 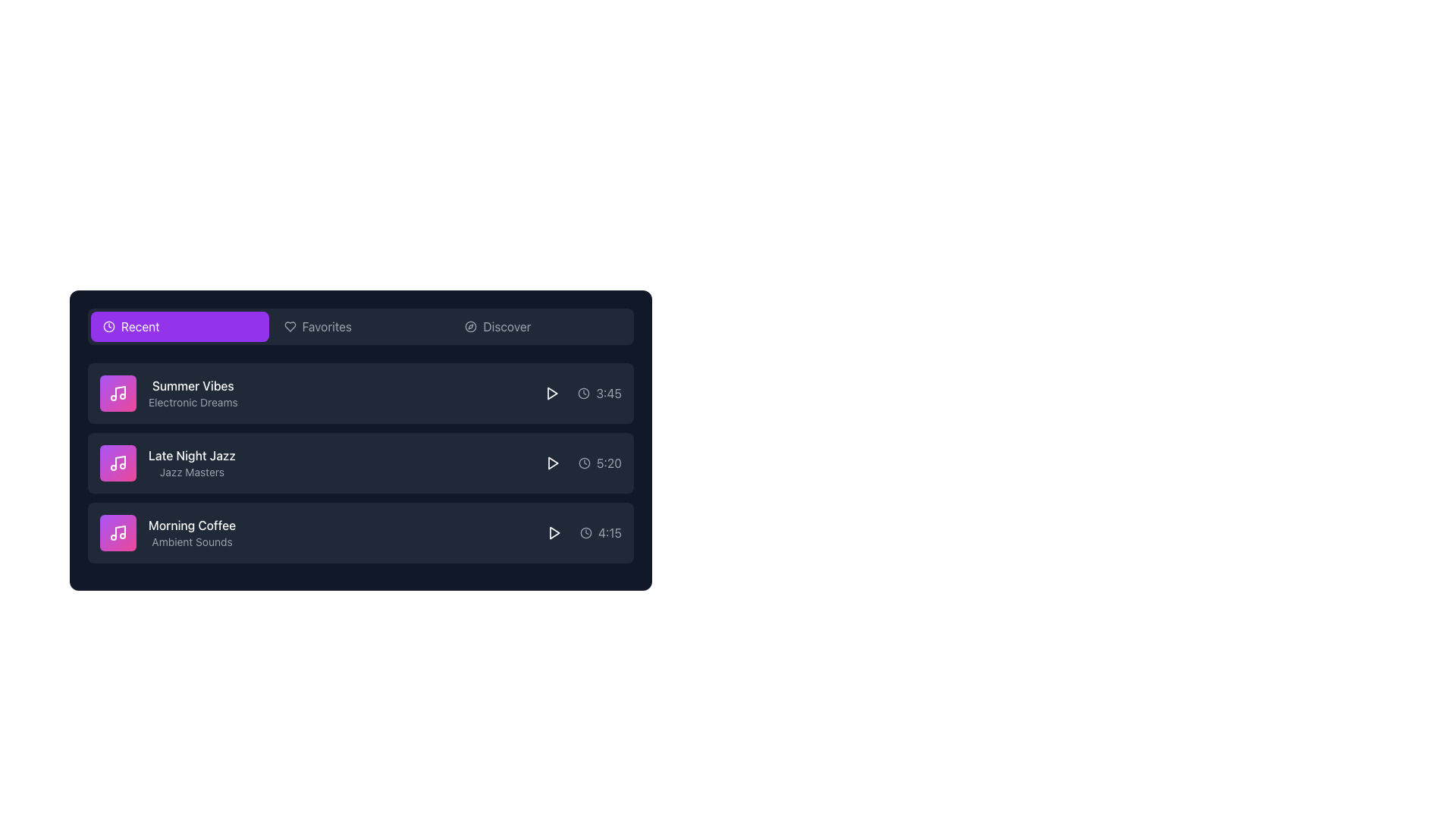 I want to click on the decorative image or icon with a purple to pink gradient background and a white musical note icon, located to the left of the 'Summer Vibes' and 'Electronic Dreams' list items, so click(x=118, y=393).